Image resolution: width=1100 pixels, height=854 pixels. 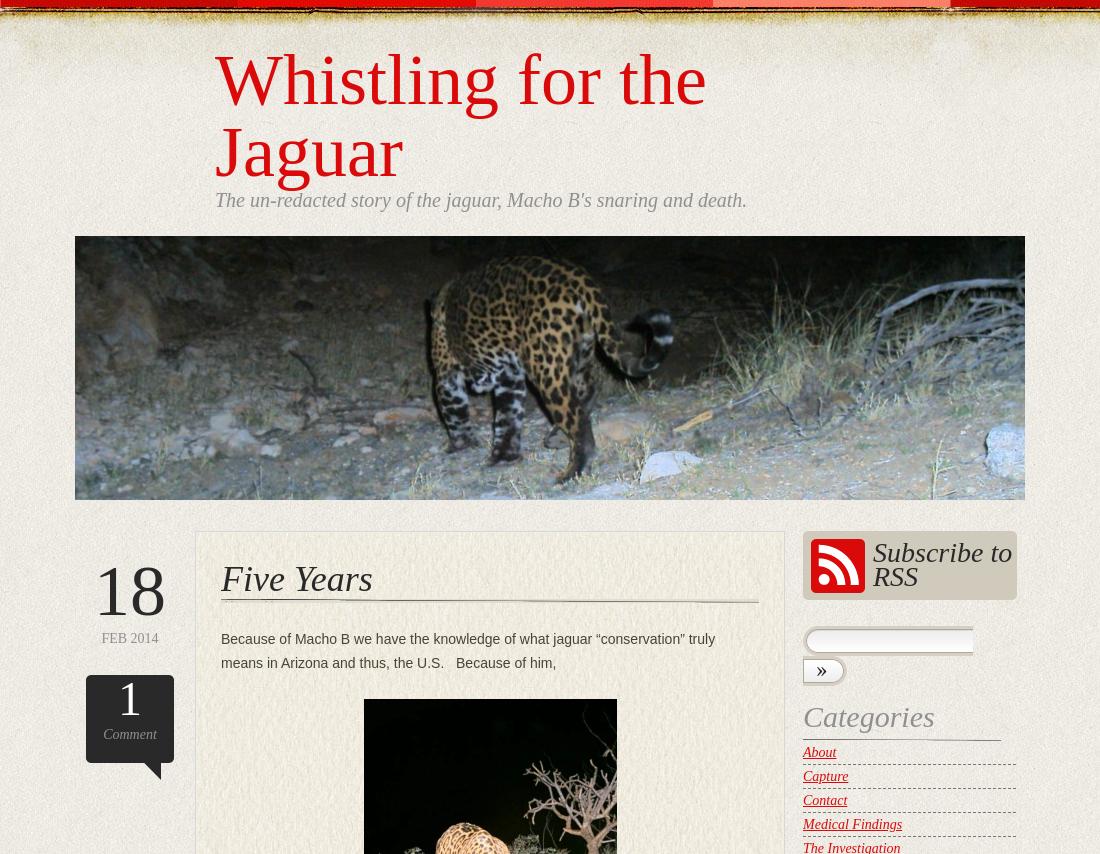 I want to click on 'The un-redacted story of  the jaguar, Macho B's snaring and death.', so click(x=215, y=199).